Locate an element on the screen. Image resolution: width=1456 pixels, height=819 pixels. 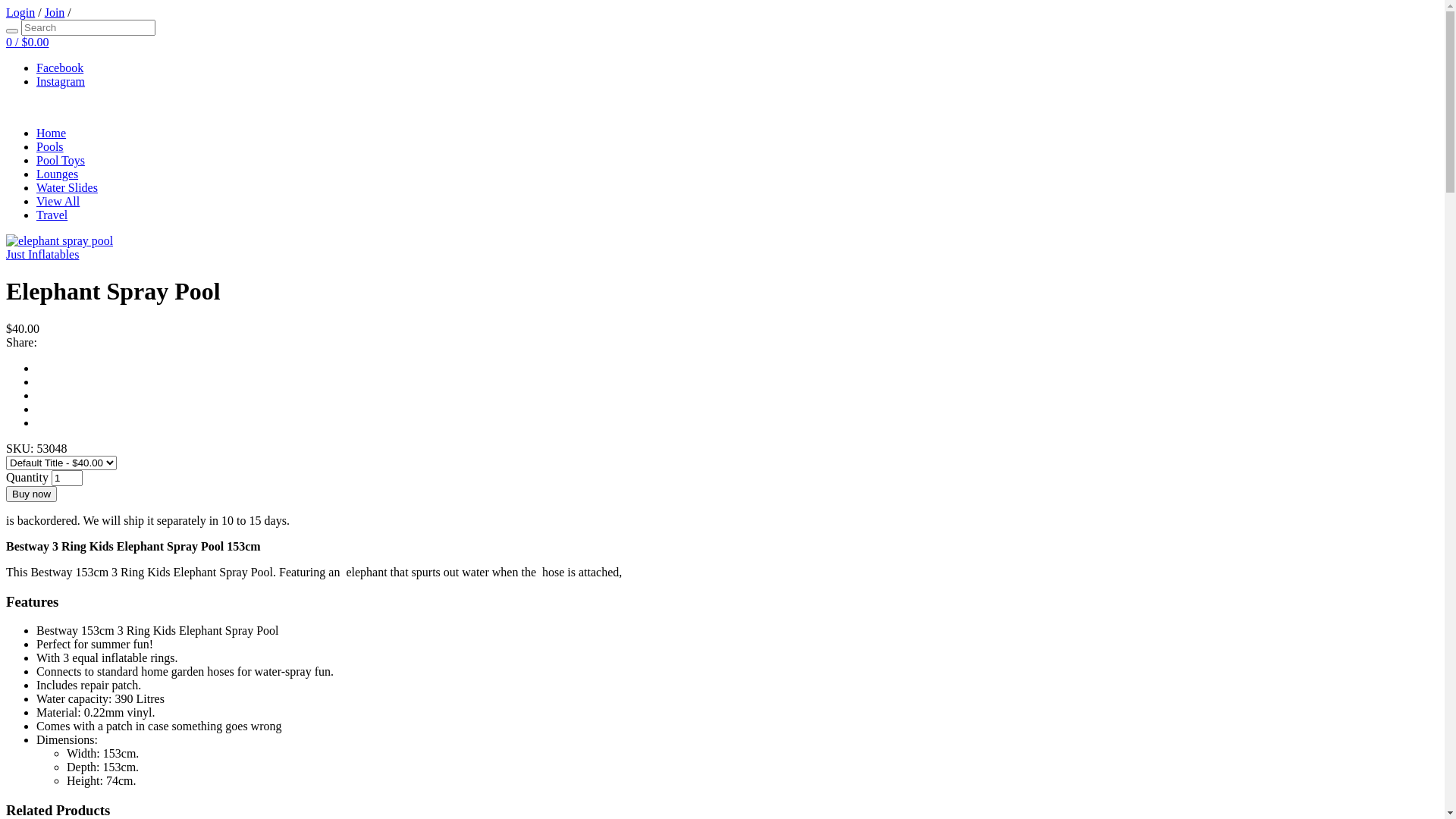
'Home' is located at coordinates (51, 132).